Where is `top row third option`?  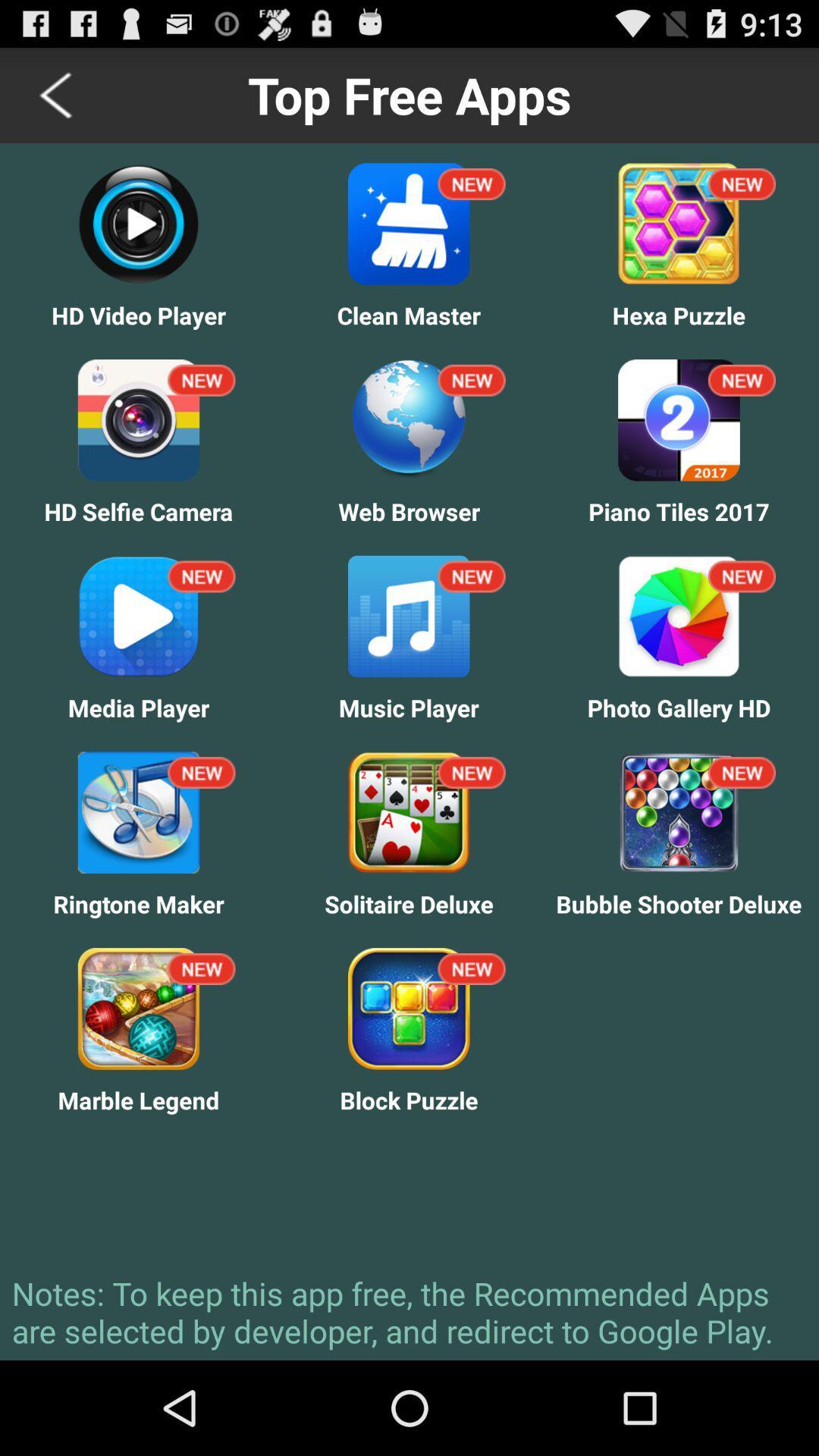
top row third option is located at coordinates (741, 184).